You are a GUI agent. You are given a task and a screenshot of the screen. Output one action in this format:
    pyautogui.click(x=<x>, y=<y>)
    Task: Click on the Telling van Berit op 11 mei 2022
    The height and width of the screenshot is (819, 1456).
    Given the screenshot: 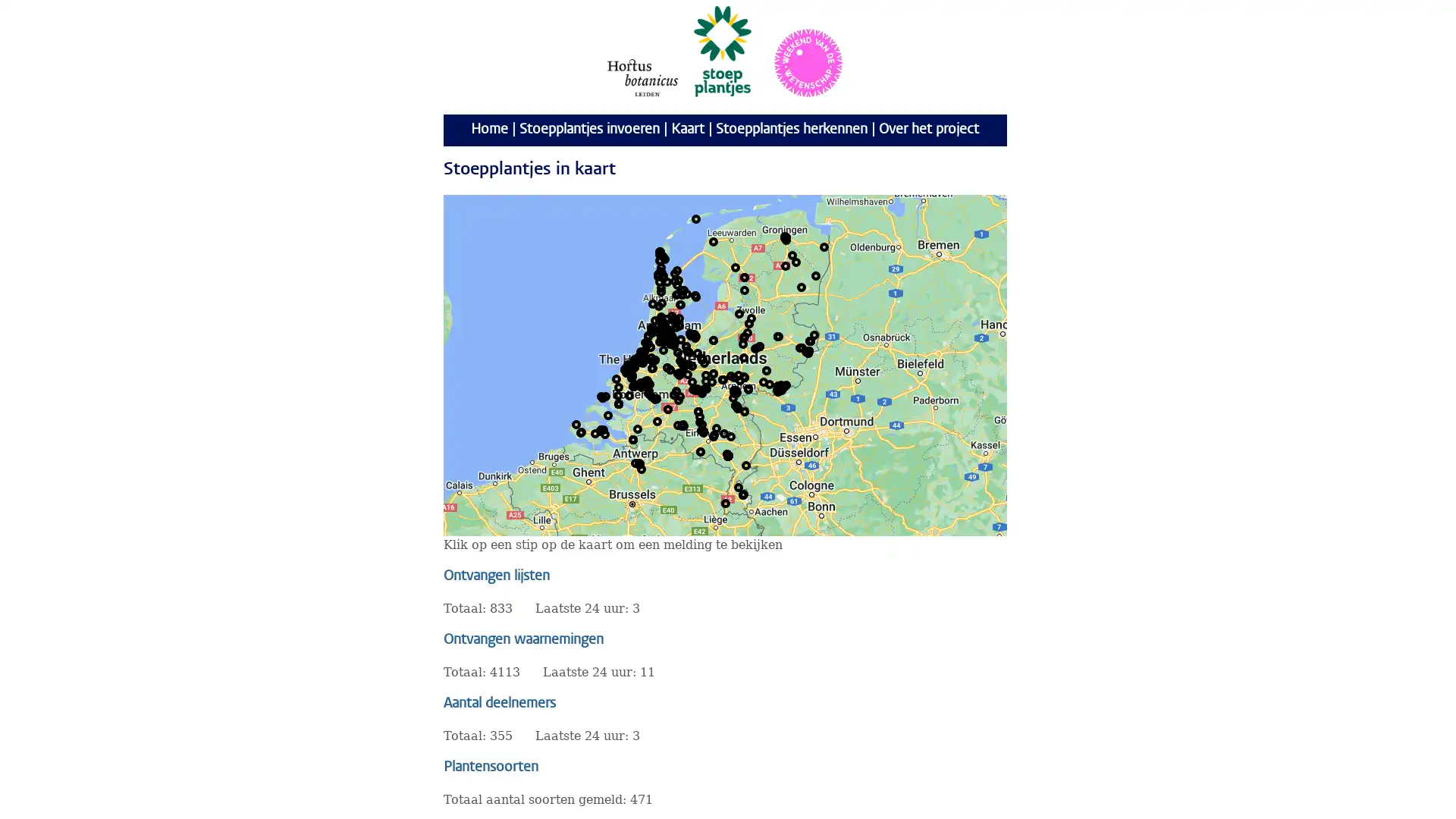 What is the action you would take?
    pyautogui.click(x=669, y=329)
    